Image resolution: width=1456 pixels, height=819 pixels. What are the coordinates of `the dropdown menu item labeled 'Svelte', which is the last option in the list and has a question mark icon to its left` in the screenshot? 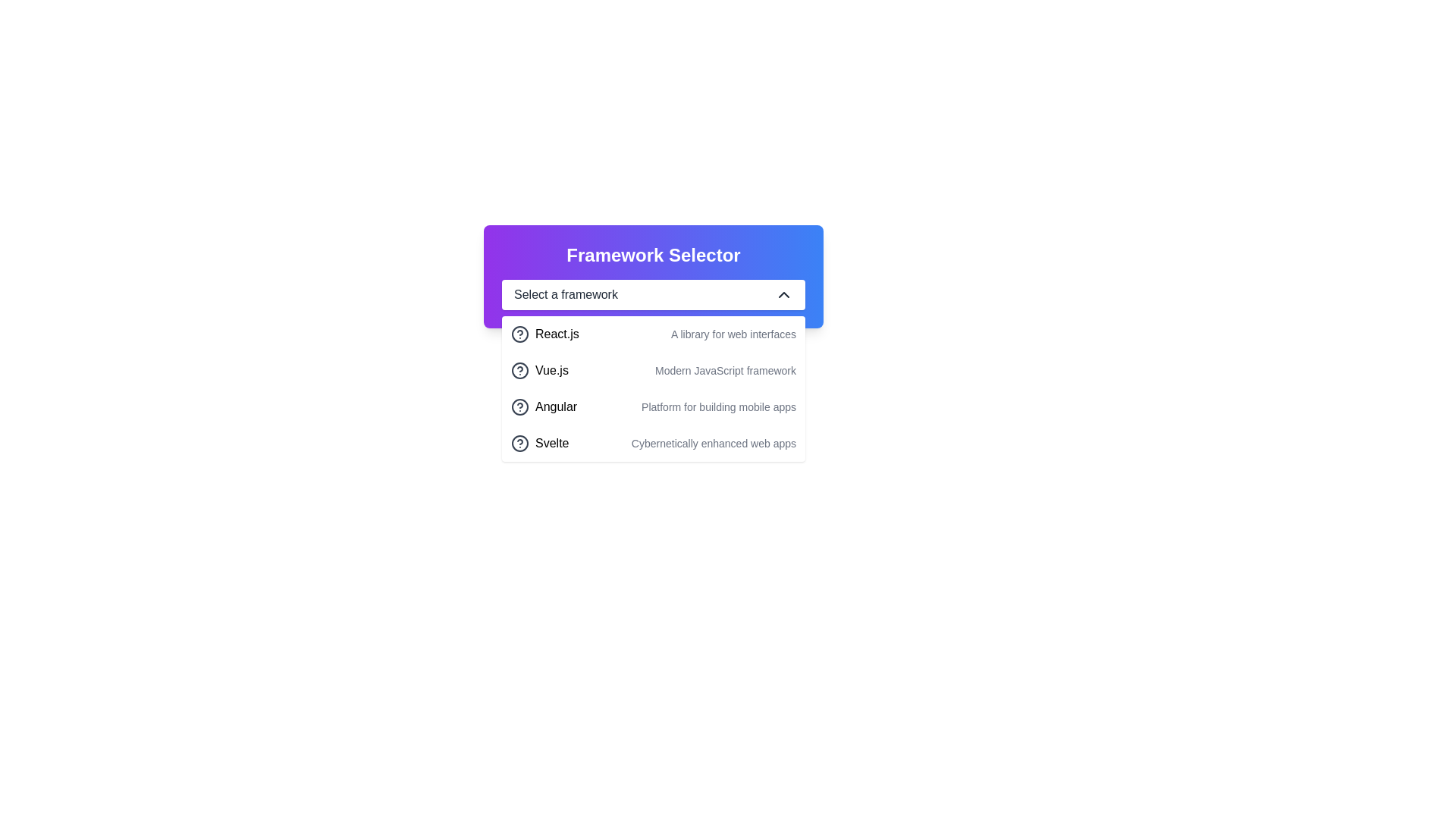 It's located at (654, 444).